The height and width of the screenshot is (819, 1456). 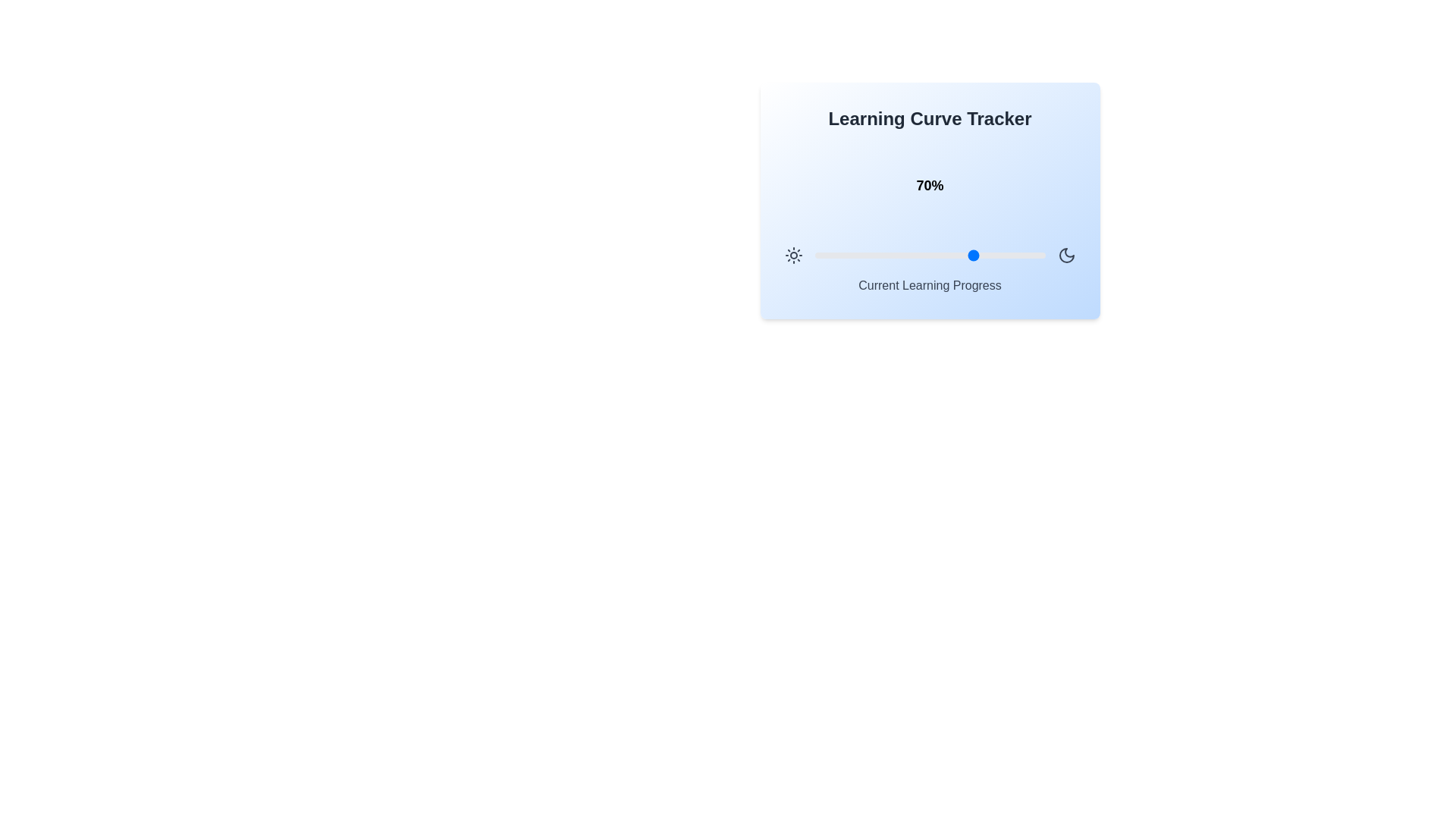 What do you see at coordinates (792, 254) in the screenshot?
I see `the Sun icon to explore its behavior` at bounding box center [792, 254].